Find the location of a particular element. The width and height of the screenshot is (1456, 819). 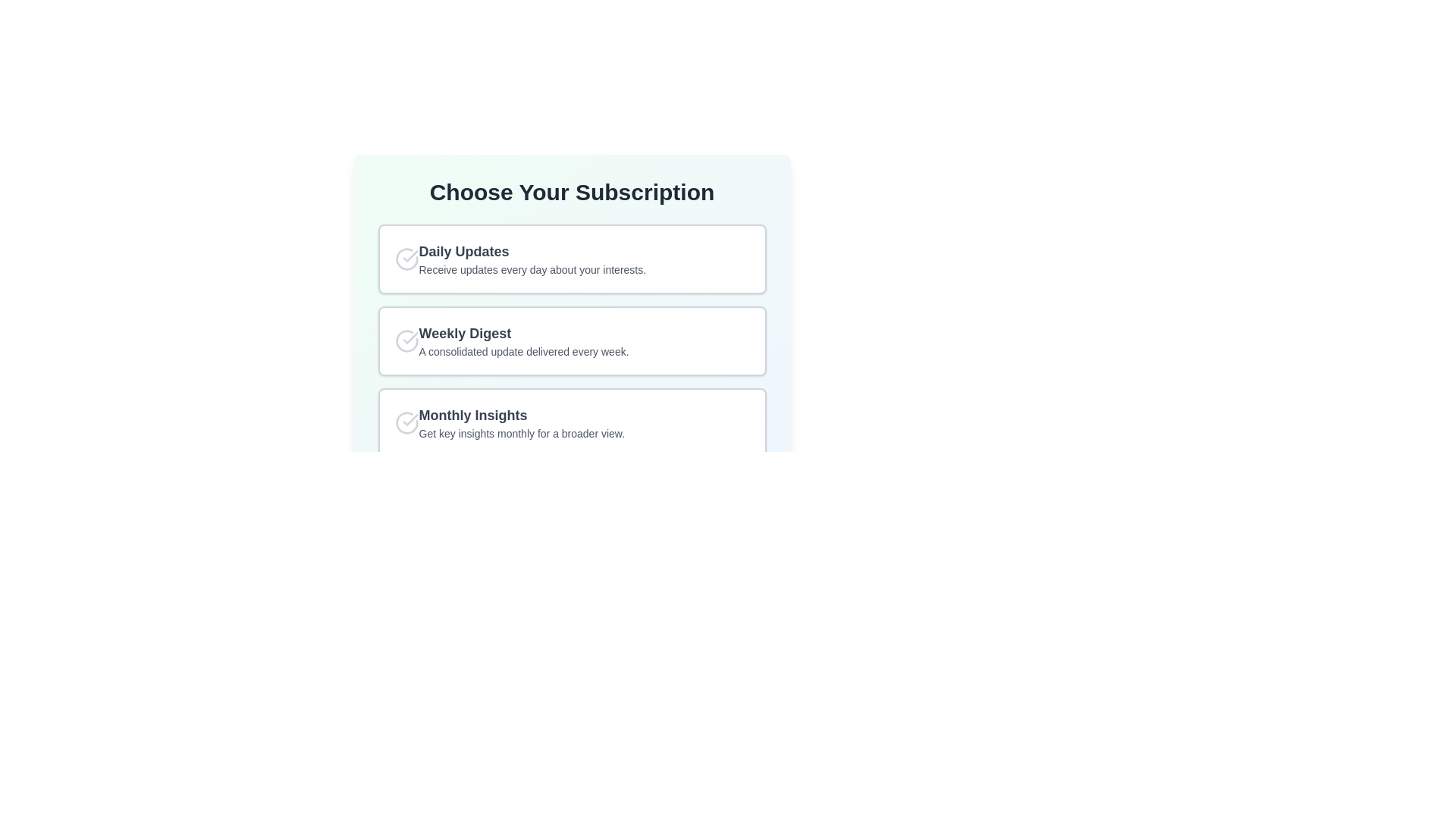

the light gray text label that reads 'Receive updates every day about your interests.' which is located below the 'Daily Updates' title is located at coordinates (532, 268).